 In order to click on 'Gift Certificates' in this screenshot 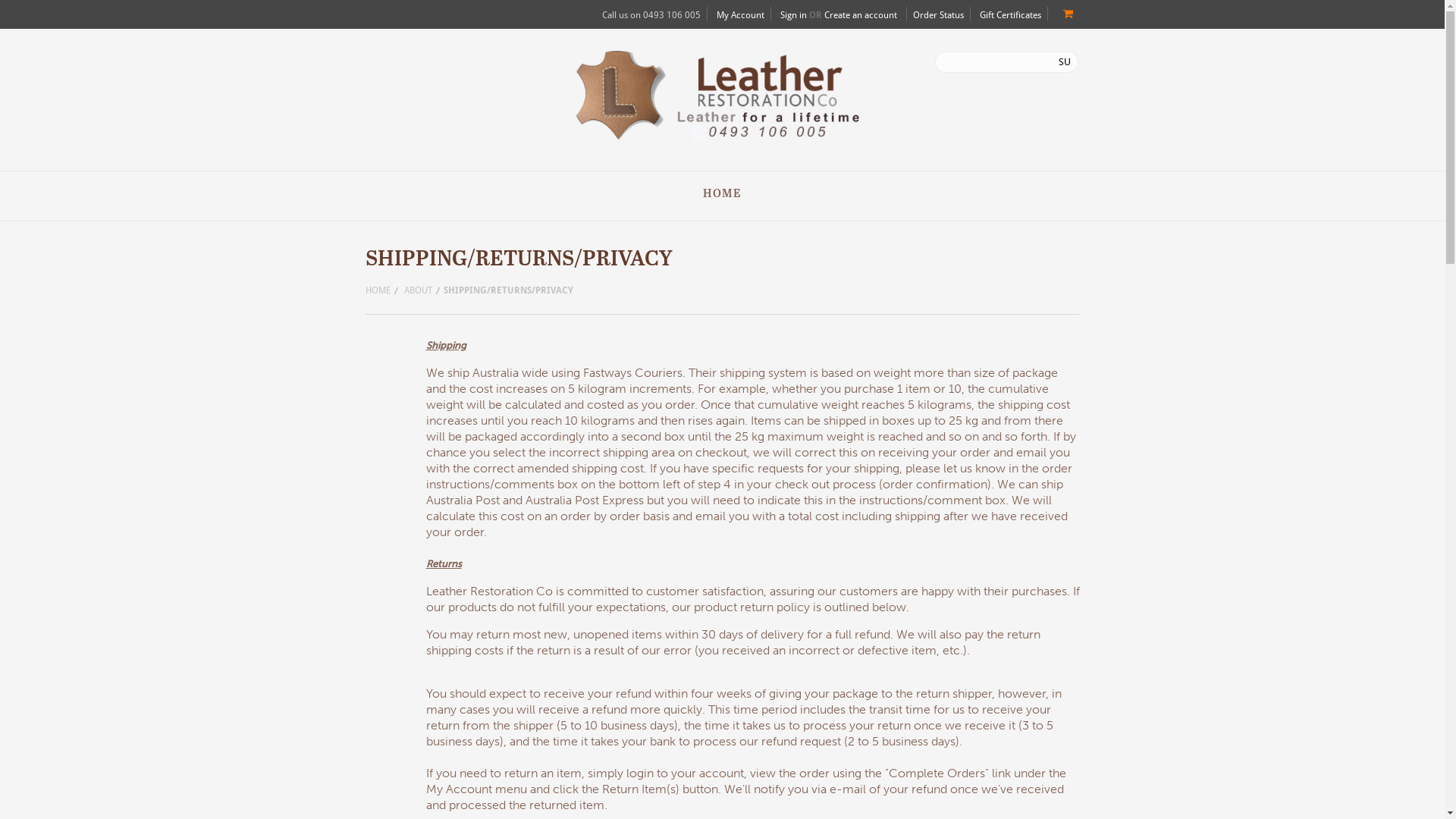, I will do `click(1010, 14)`.